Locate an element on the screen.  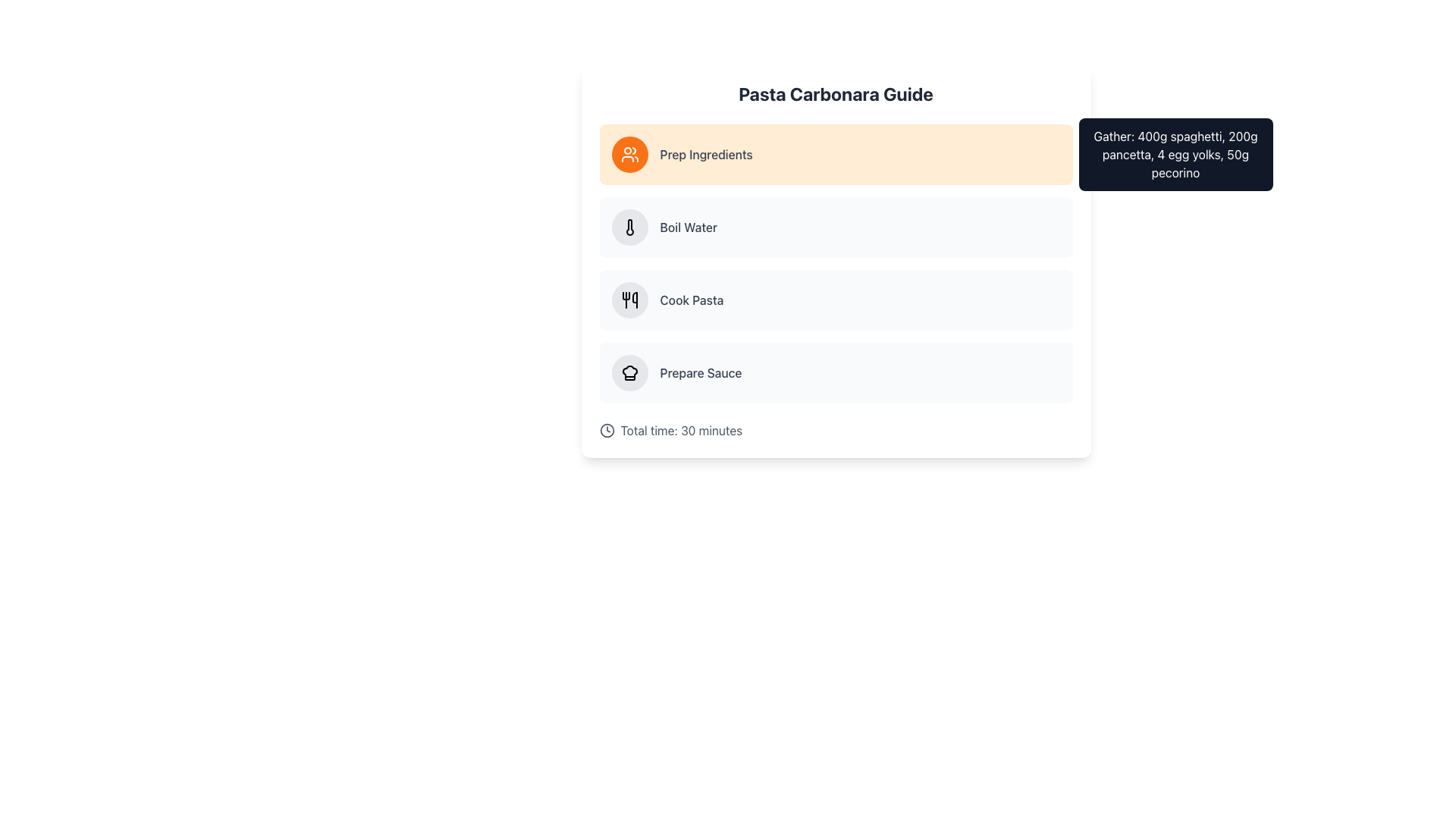
text label displaying 'Boil Water' which is part of the vertical list of steps, located between 'Prep Ingredients' and 'Cook Pasta' is located at coordinates (688, 227).